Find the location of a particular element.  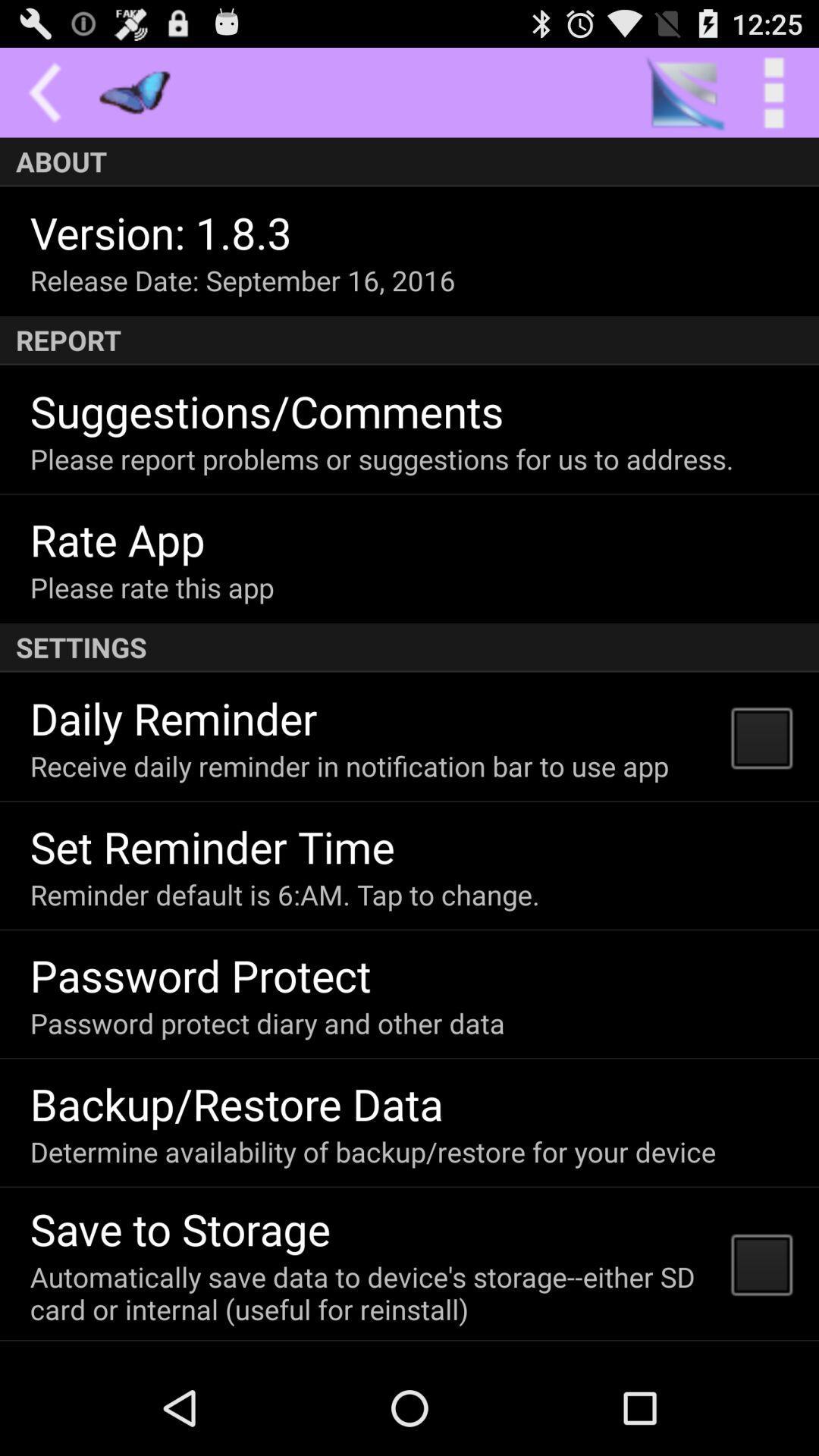

suggestions/comments is located at coordinates (266, 410).